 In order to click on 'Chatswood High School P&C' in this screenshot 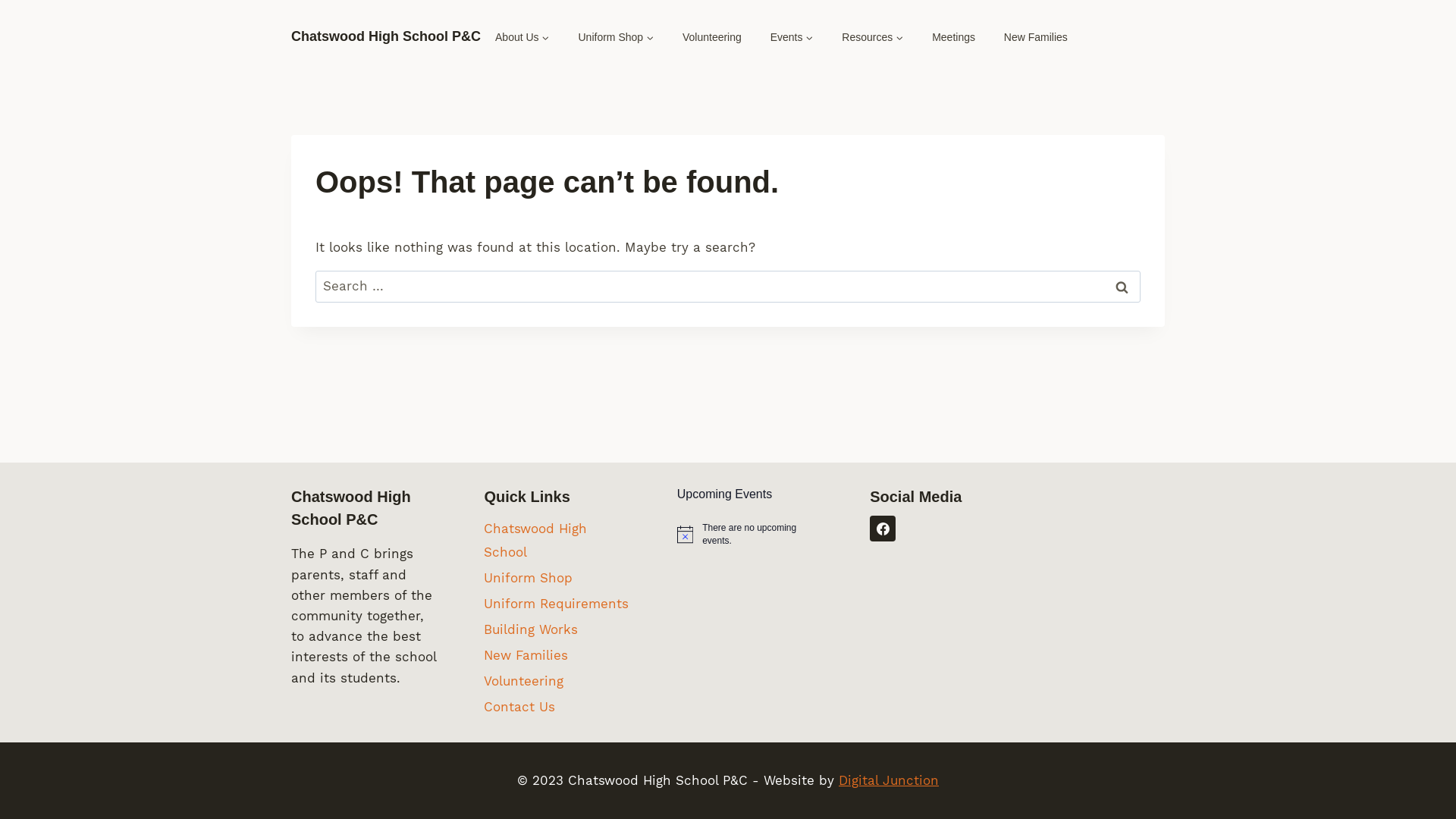, I will do `click(385, 36)`.